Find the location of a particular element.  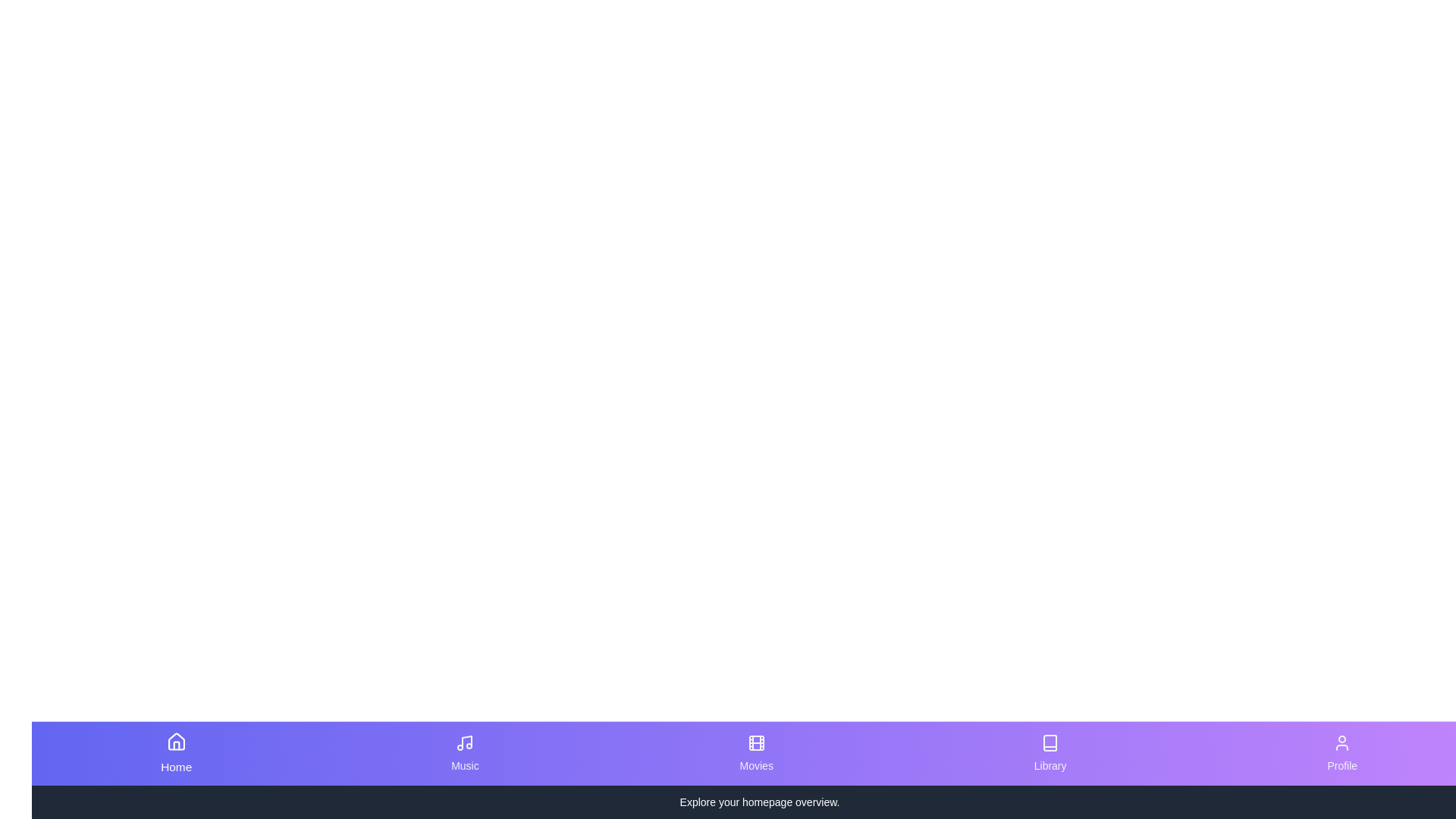

the tab corresponding to Library is located at coordinates (1050, 754).